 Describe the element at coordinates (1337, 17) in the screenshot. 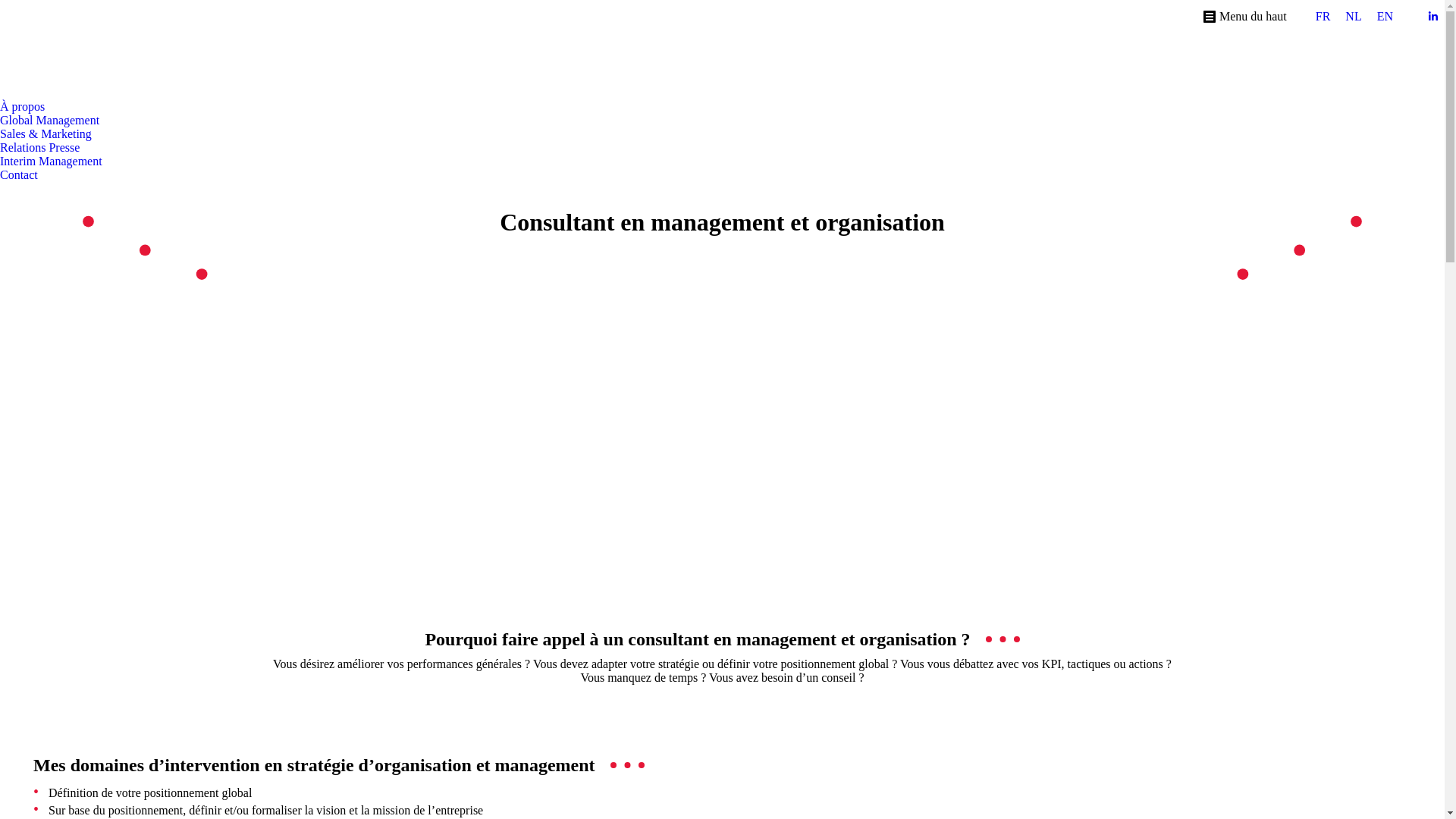

I see `'NL'` at that location.